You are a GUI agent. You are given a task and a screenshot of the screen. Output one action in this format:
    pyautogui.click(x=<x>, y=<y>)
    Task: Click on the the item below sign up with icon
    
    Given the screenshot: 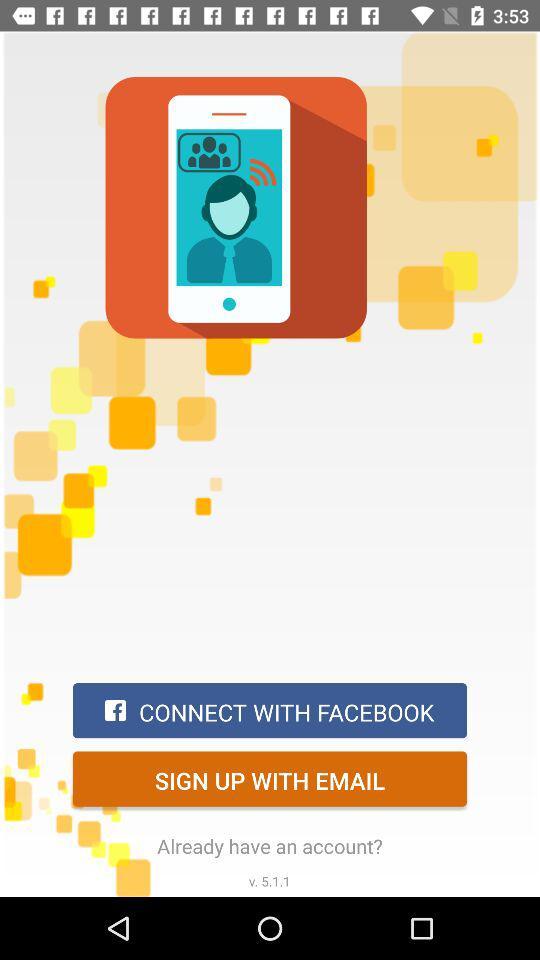 What is the action you would take?
    pyautogui.click(x=270, y=845)
    